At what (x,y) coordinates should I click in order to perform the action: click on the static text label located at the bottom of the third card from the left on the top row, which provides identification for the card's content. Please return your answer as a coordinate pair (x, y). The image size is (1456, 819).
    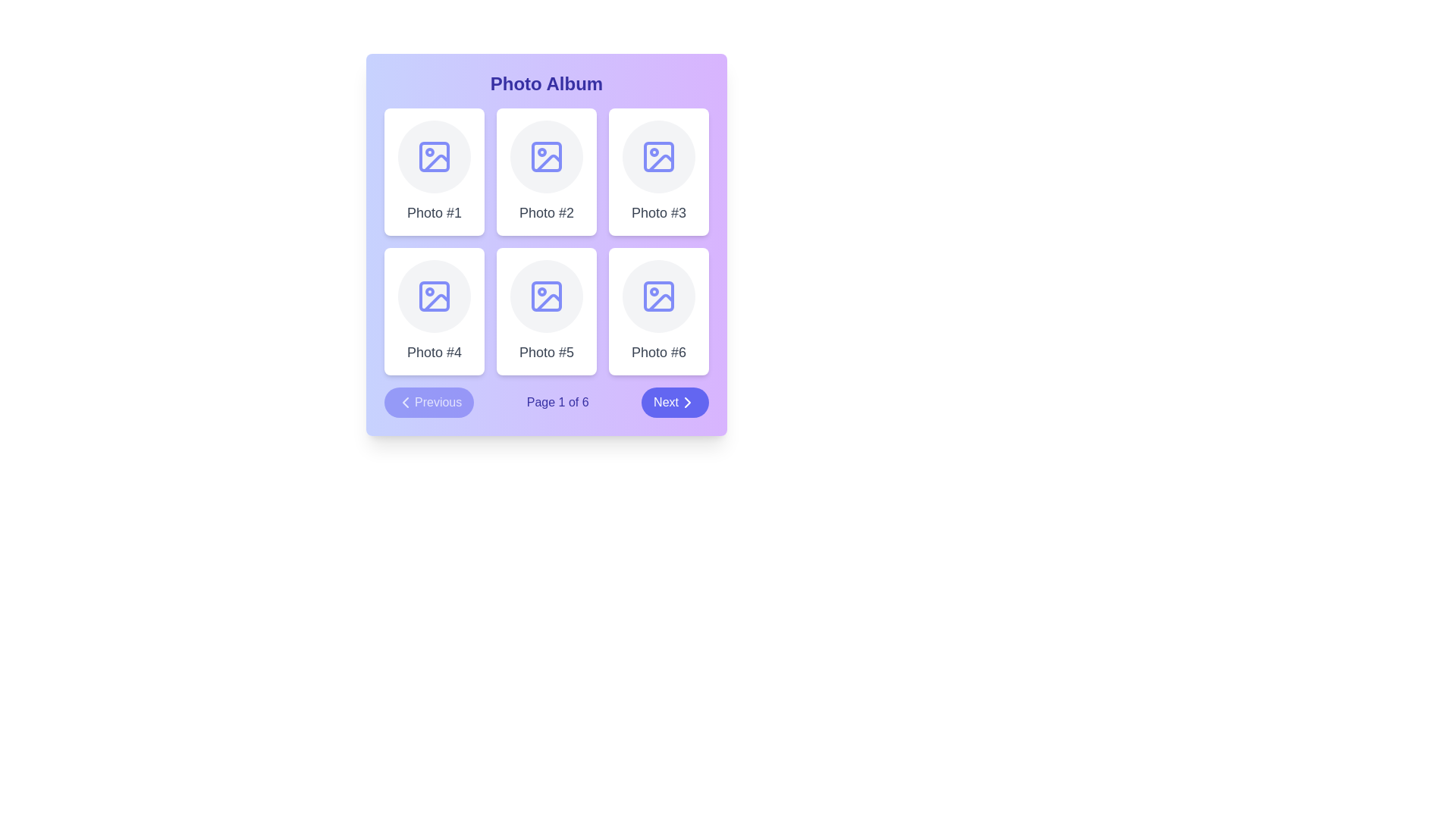
    Looking at the image, I should click on (658, 213).